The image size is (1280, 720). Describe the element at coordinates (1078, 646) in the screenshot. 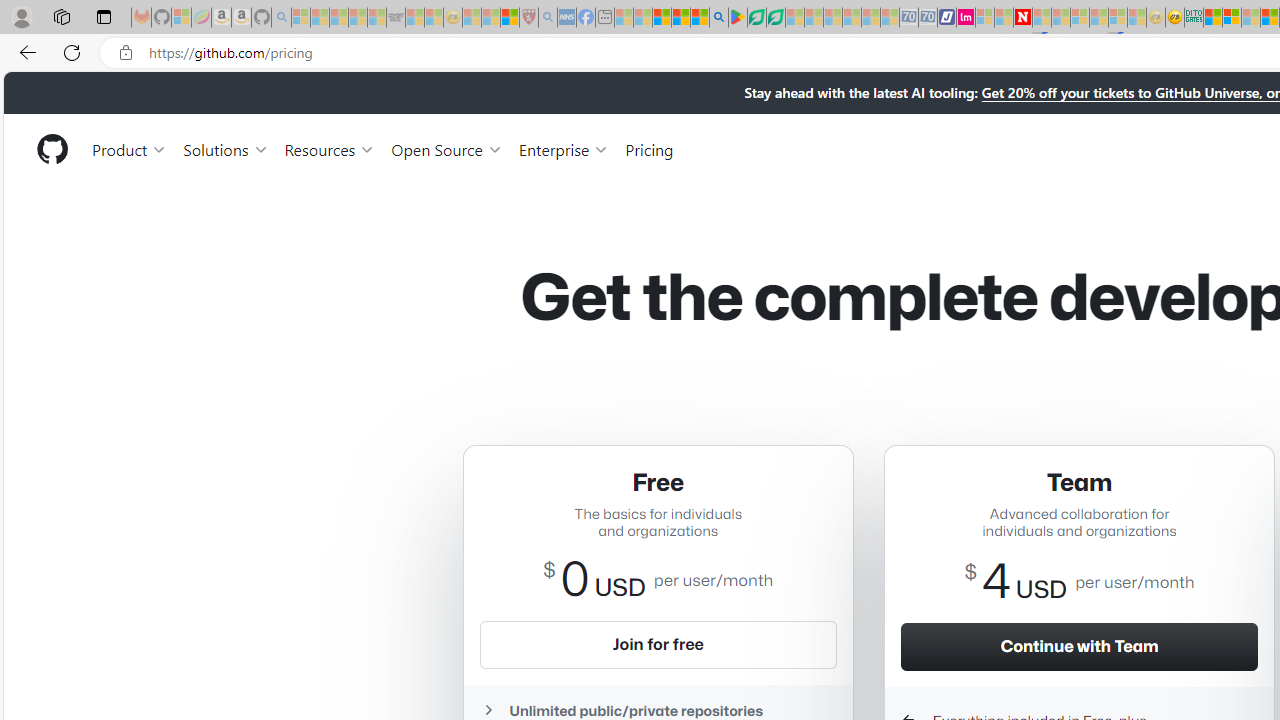

I see `'Continue with Team'` at that location.